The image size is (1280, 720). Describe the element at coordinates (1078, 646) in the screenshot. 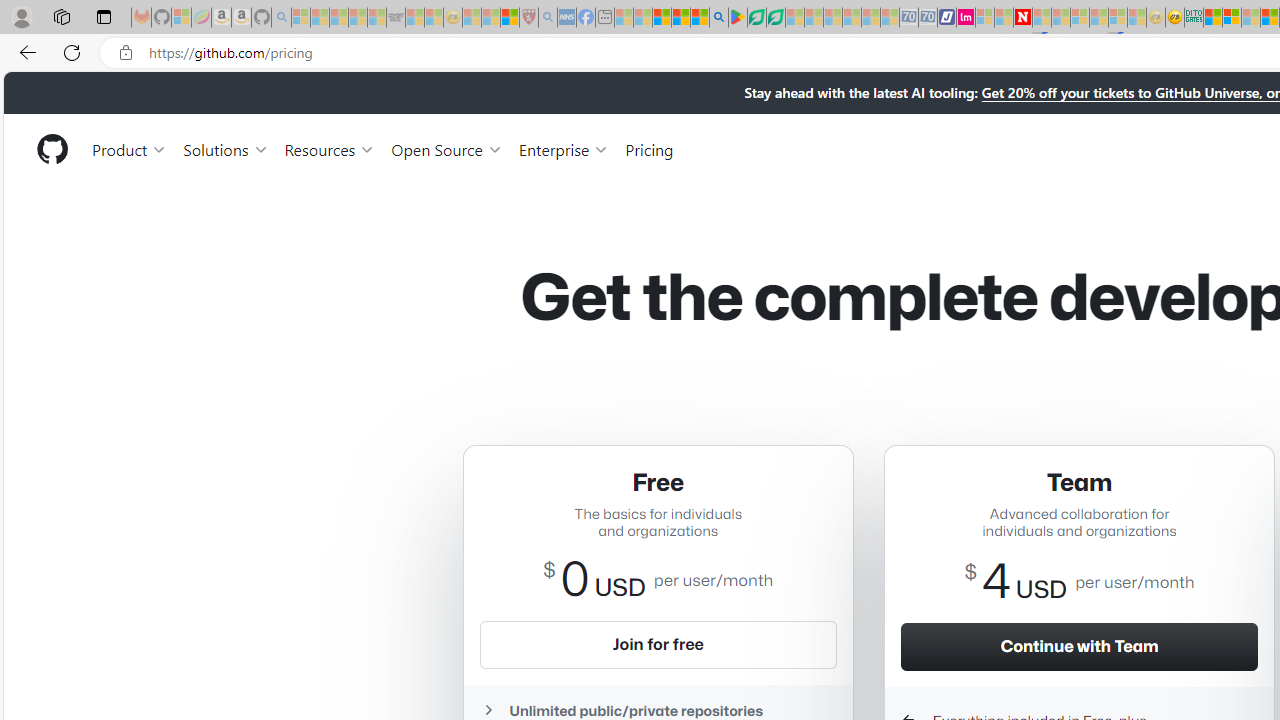

I see `'Continue with Team'` at that location.